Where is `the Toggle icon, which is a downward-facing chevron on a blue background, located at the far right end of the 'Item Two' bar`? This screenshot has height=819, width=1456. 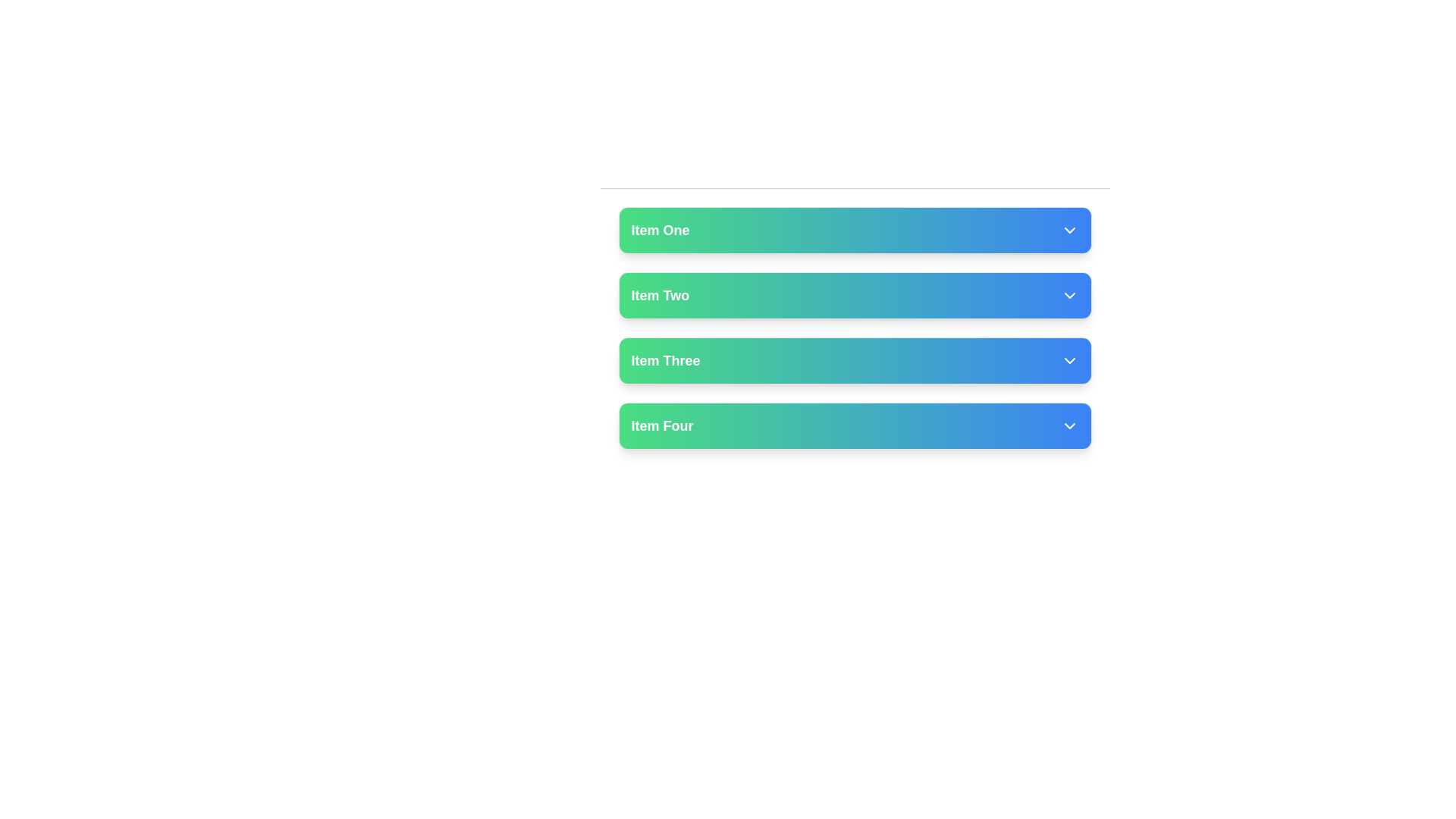
the Toggle icon, which is a downward-facing chevron on a blue background, located at the far right end of the 'Item Two' bar is located at coordinates (1068, 295).